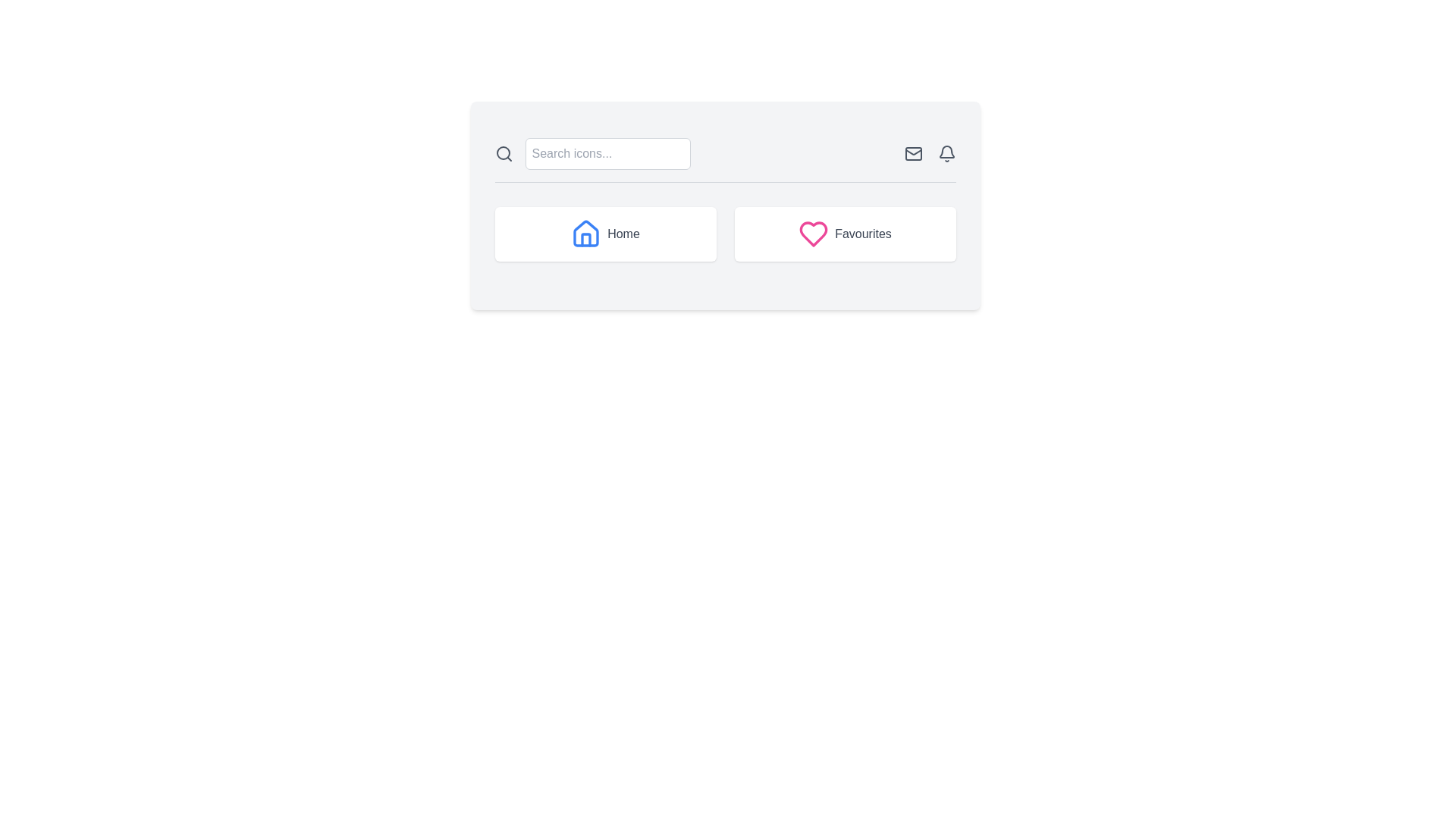 This screenshot has height=819, width=1456. What do you see at coordinates (813, 234) in the screenshot?
I see `the pink heart-shaped vector graphic located beneath the 'Favourites' text label in the 'Favourites' button area` at bounding box center [813, 234].